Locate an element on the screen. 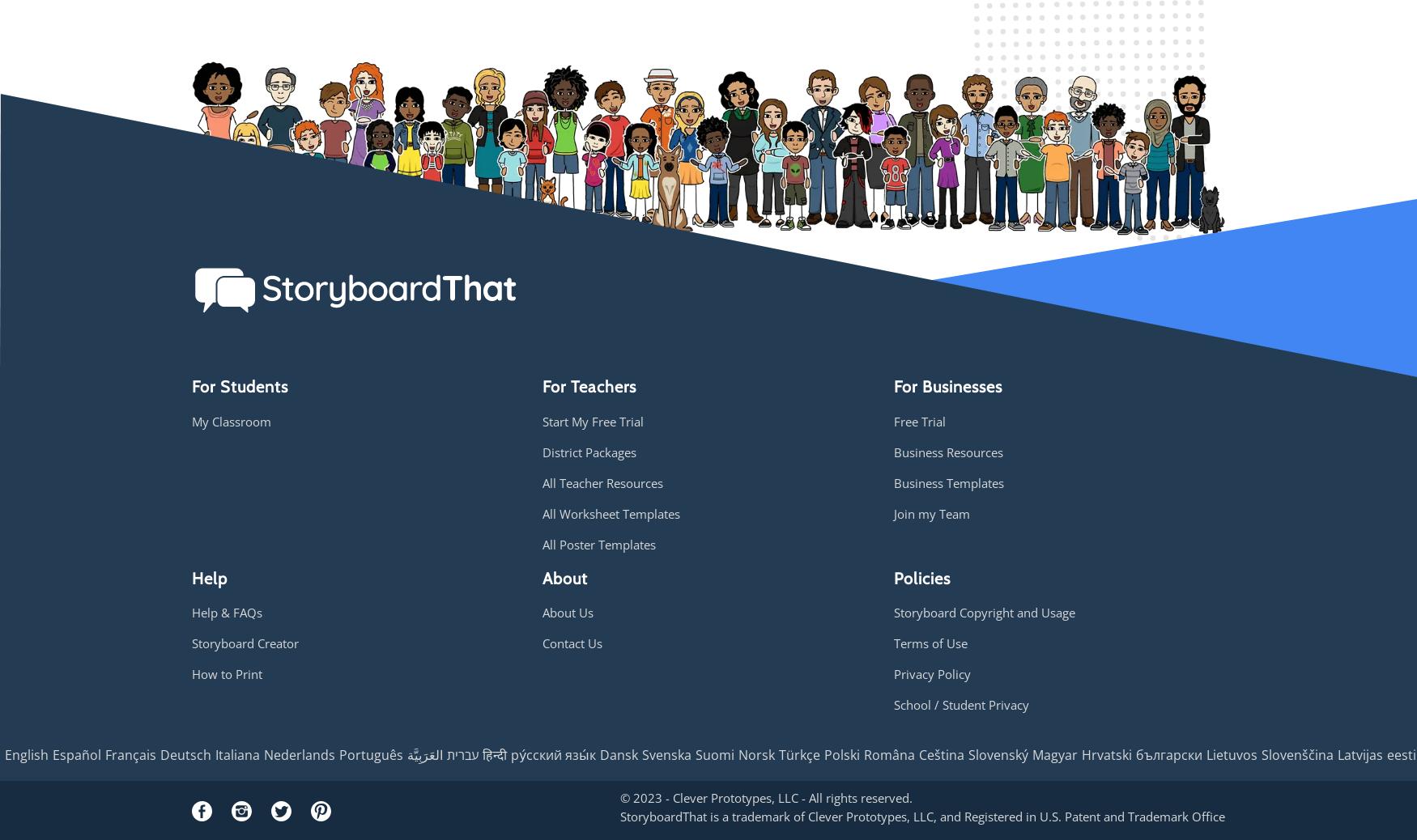 Image resolution: width=1417 pixels, height=840 pixels. 'Nederlands' is located at coordinates (299, 754).